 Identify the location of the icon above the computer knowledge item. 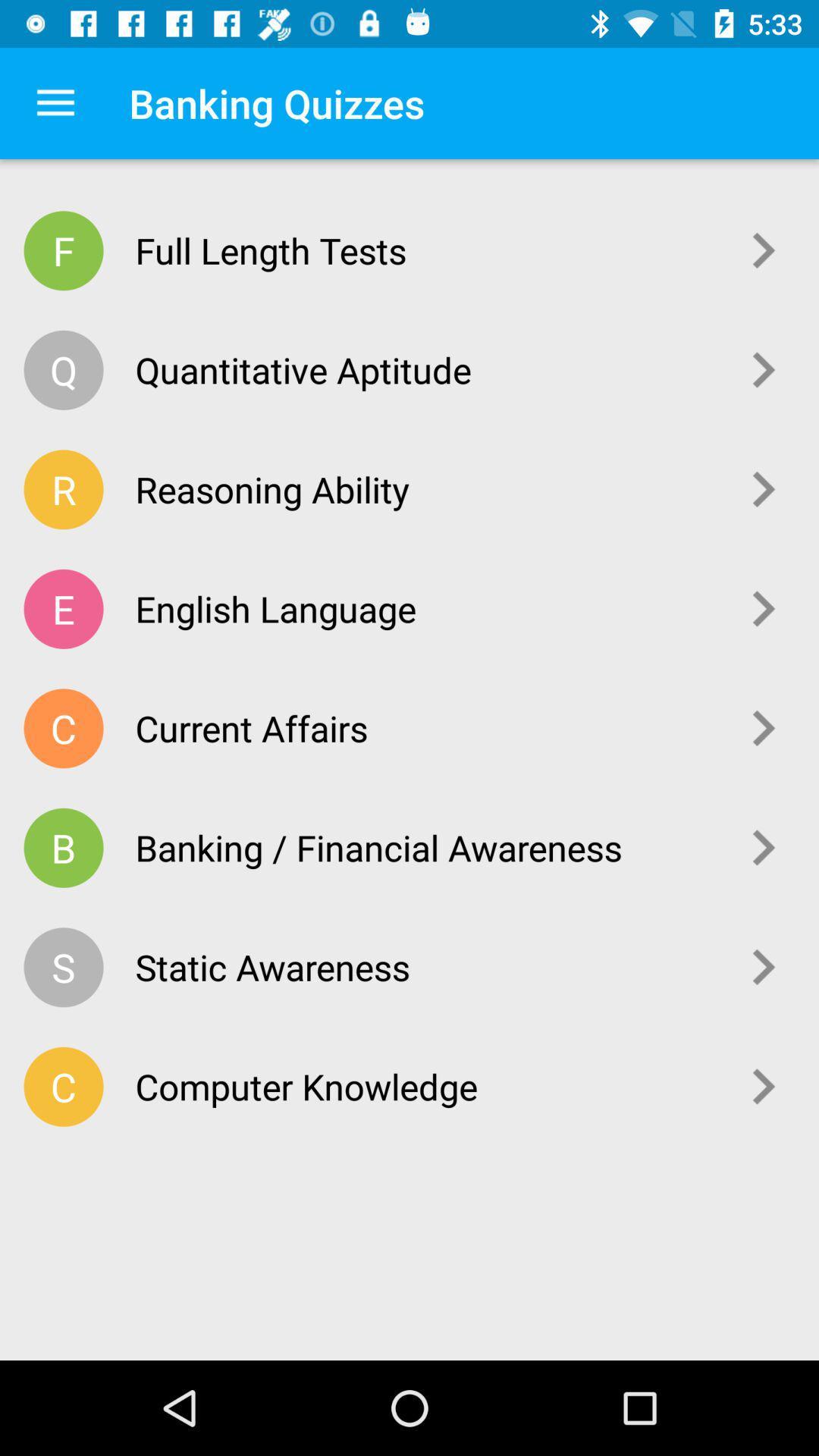
(425, 966).